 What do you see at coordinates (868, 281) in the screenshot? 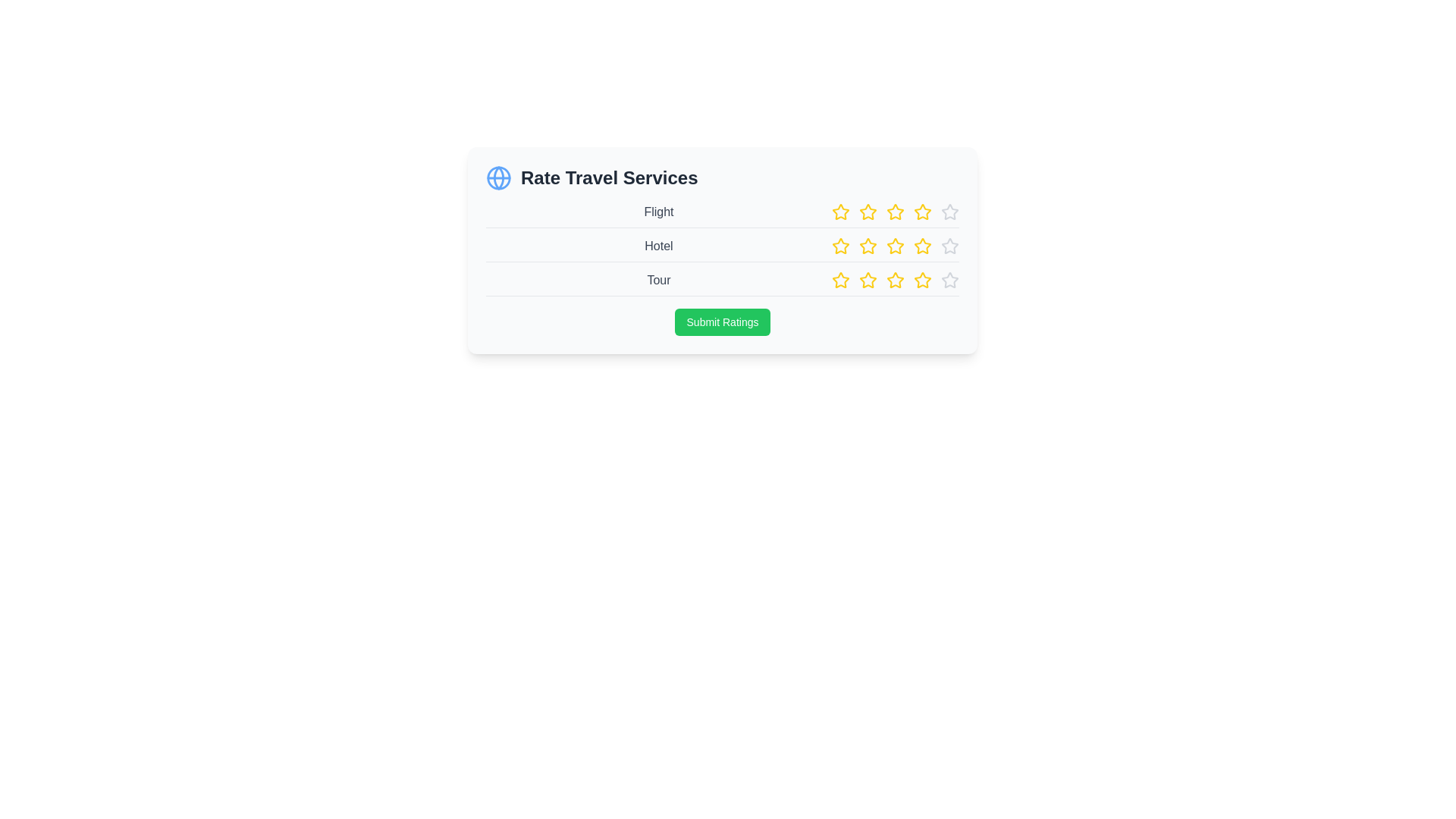
I see `the yellow star-shaped button, which is the third star in the 'Tour' rating section` at bounding box center [868, 281].